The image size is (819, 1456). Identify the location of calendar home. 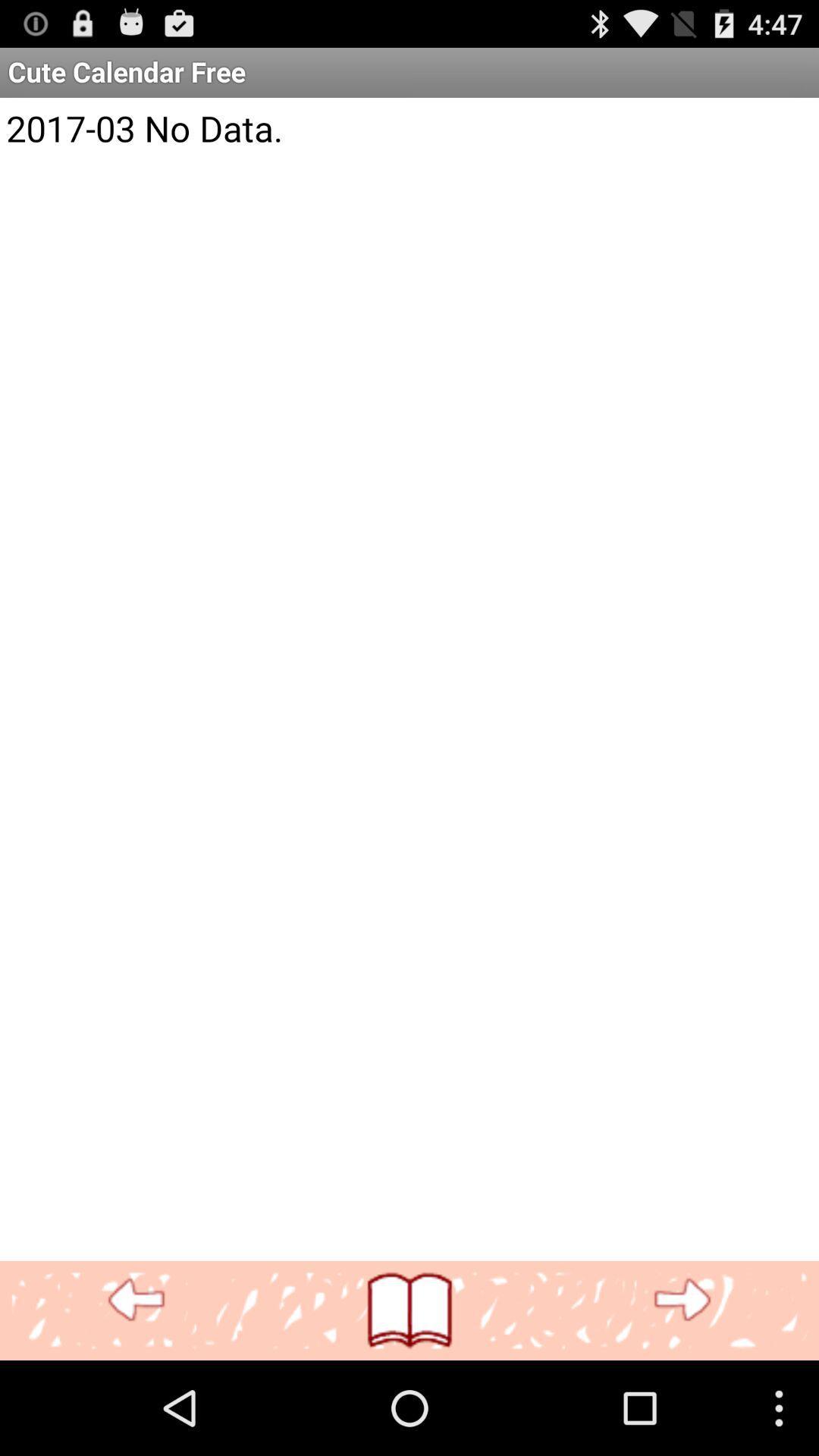
(409, 1310).